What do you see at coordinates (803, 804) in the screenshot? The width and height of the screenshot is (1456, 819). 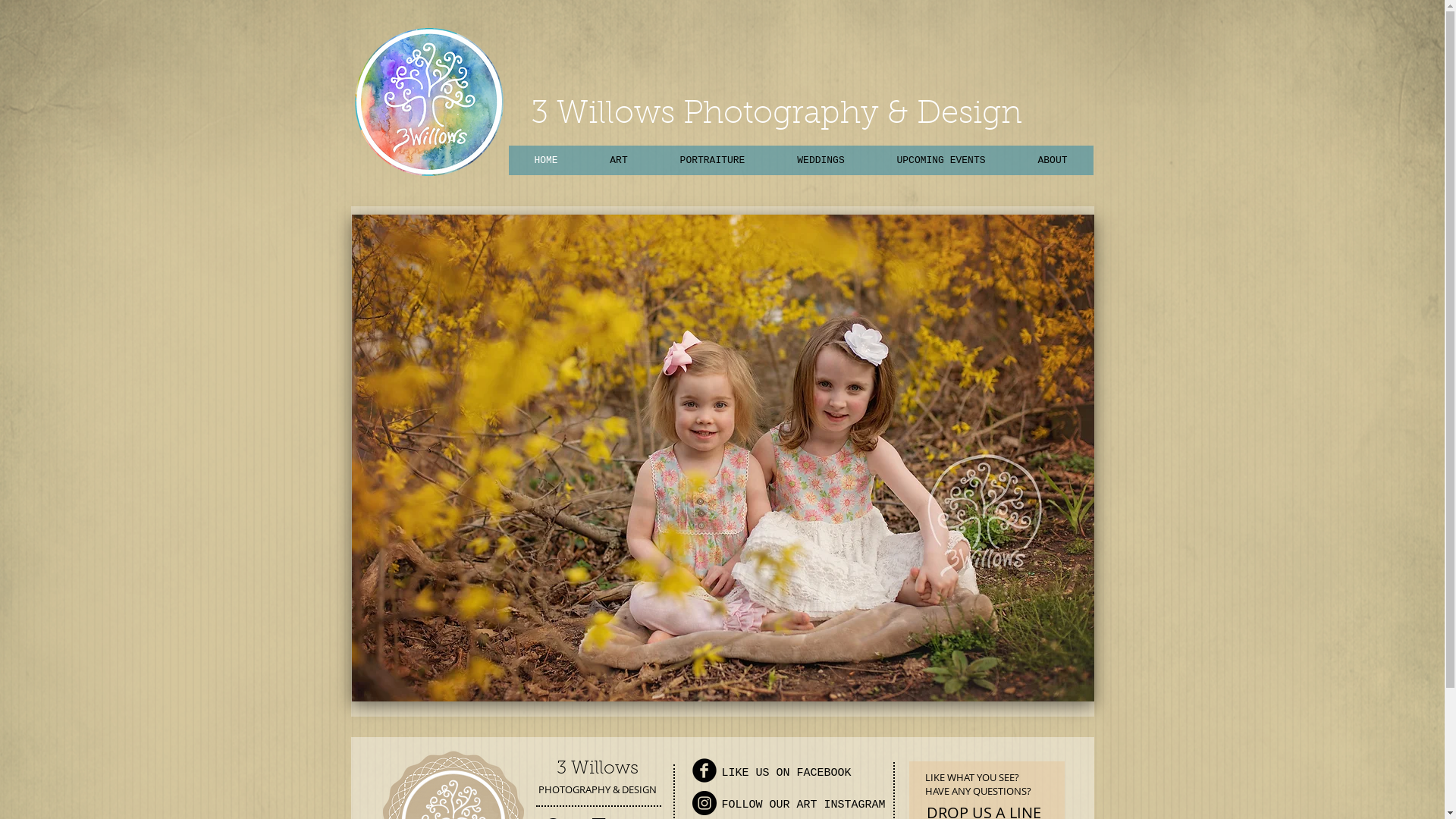 I see `'FOLLOW OUR ART INSTAGRAM'` at bounding box center [803, 804].